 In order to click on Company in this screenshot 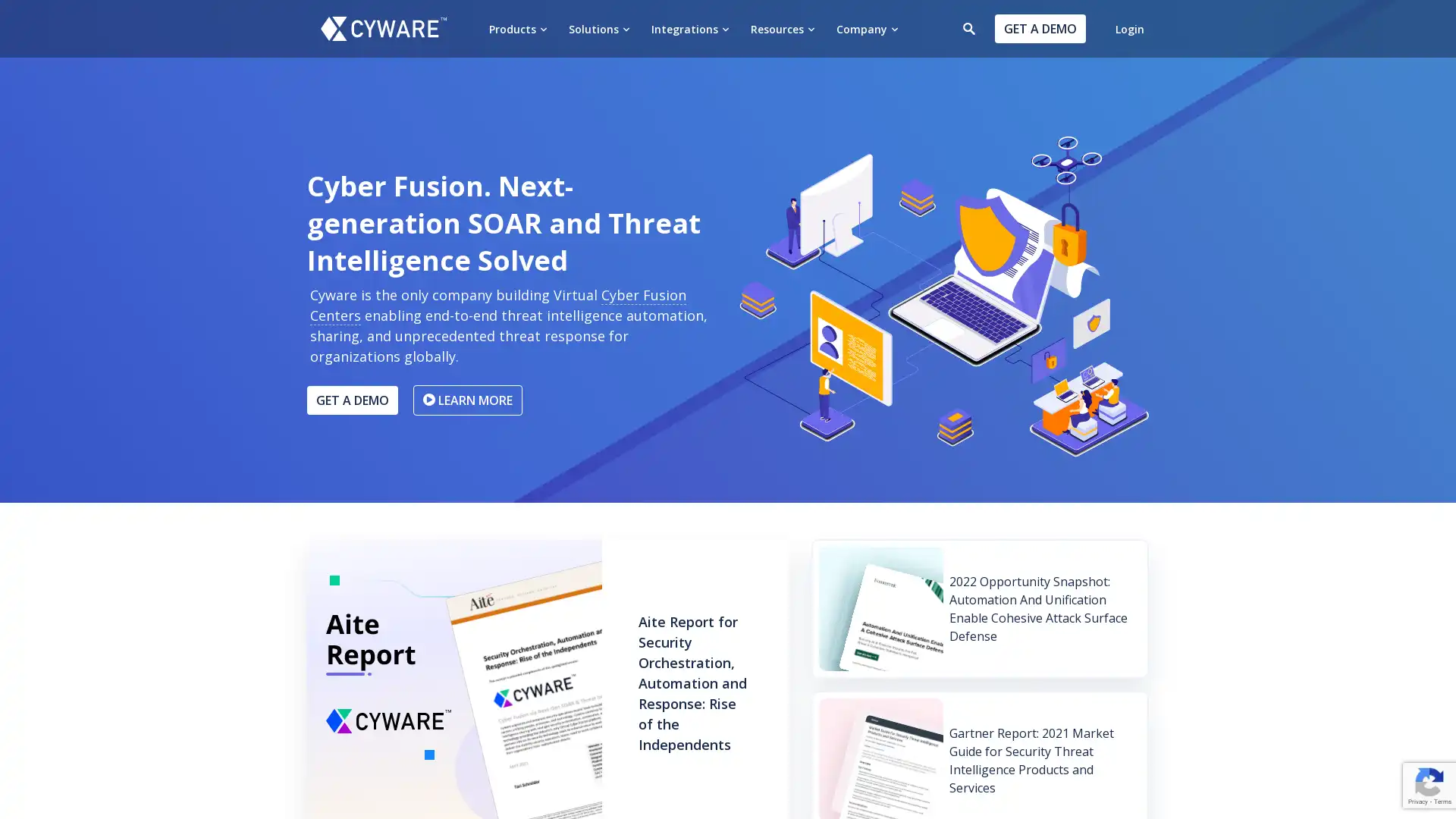, I will do `click(867, 28)`.